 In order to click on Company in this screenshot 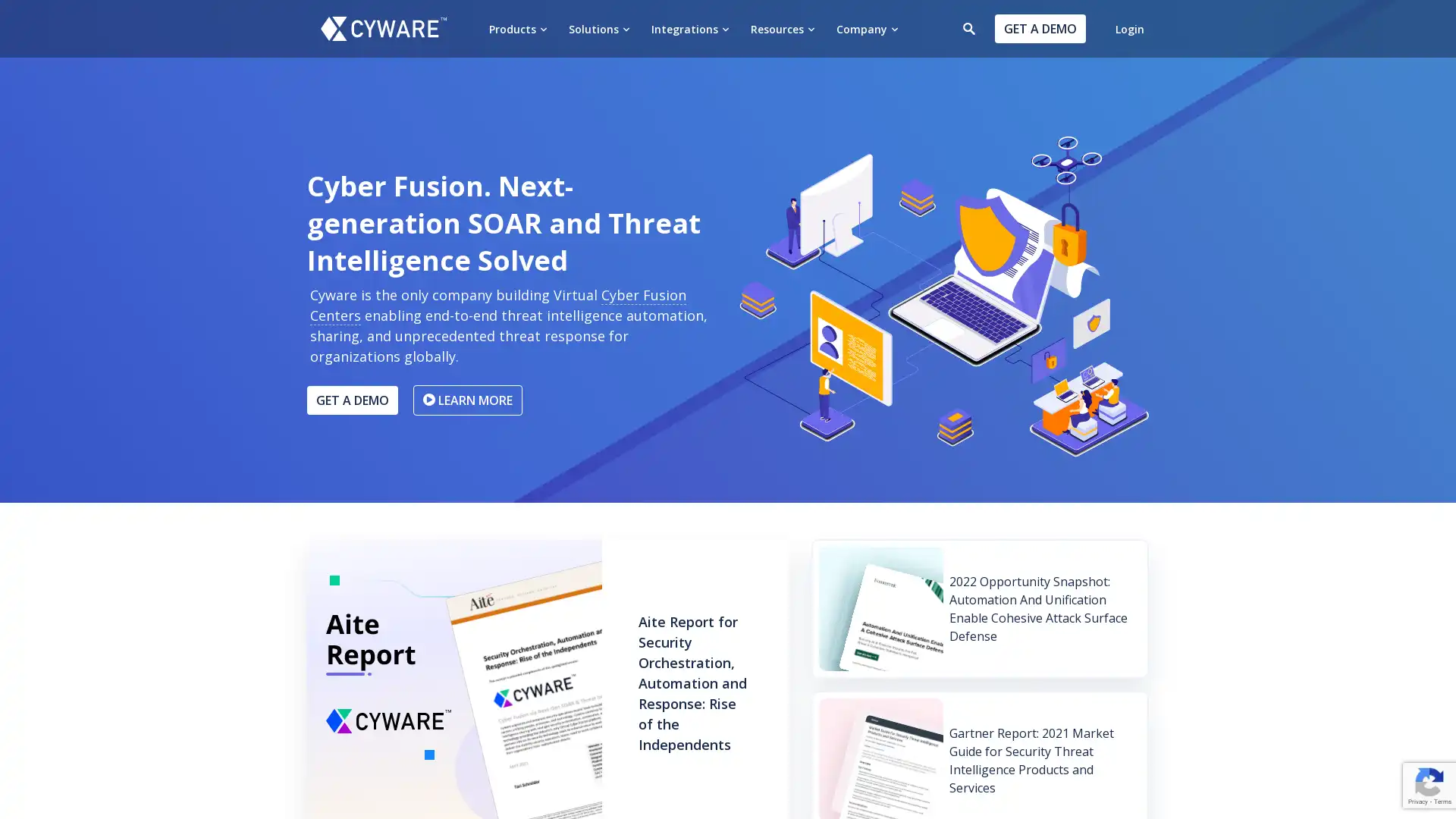, I will do `click(867, 28)`.